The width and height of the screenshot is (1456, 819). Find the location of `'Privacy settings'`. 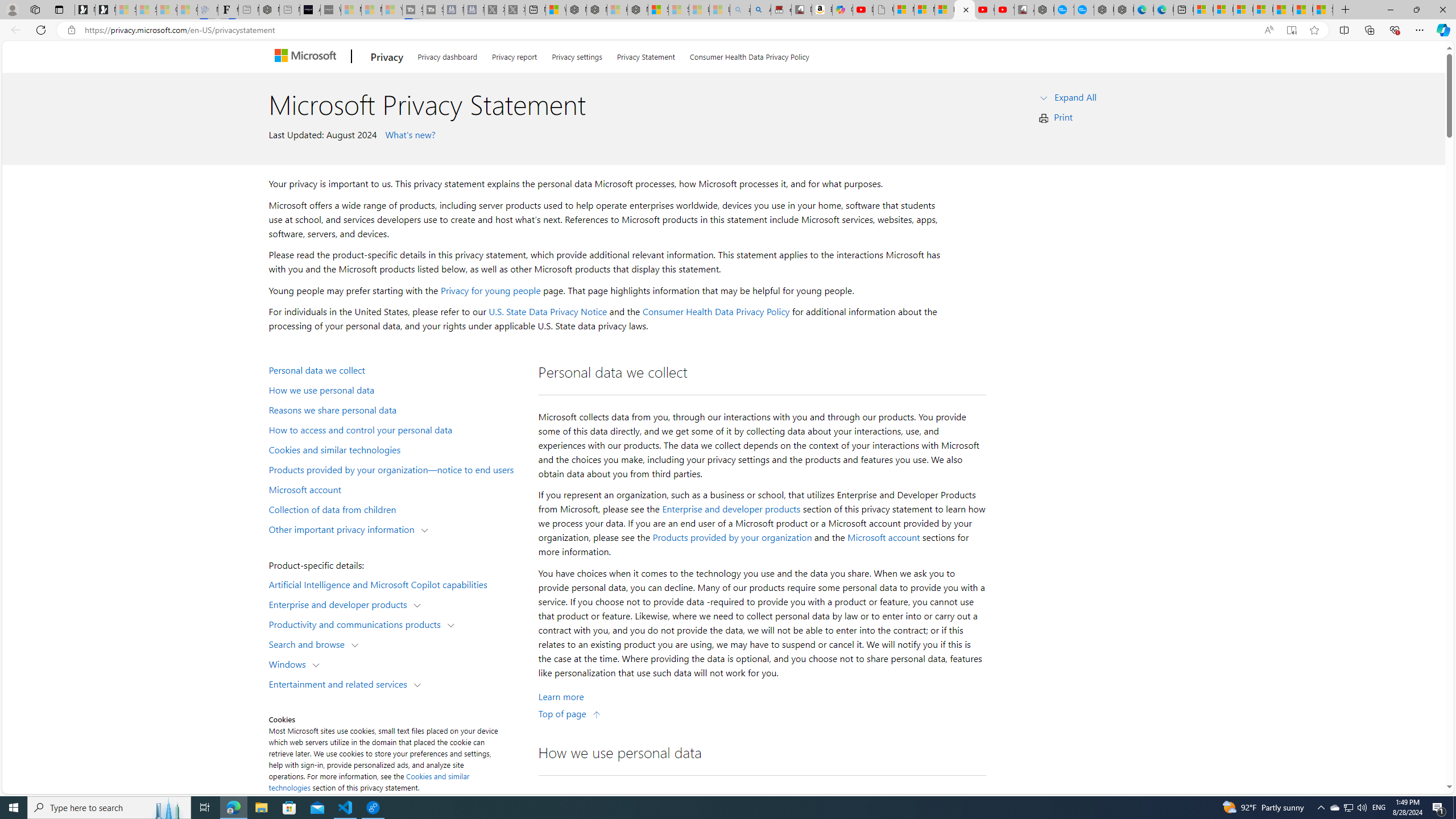

'Privacy settings' is located at coordinates (577, 54).